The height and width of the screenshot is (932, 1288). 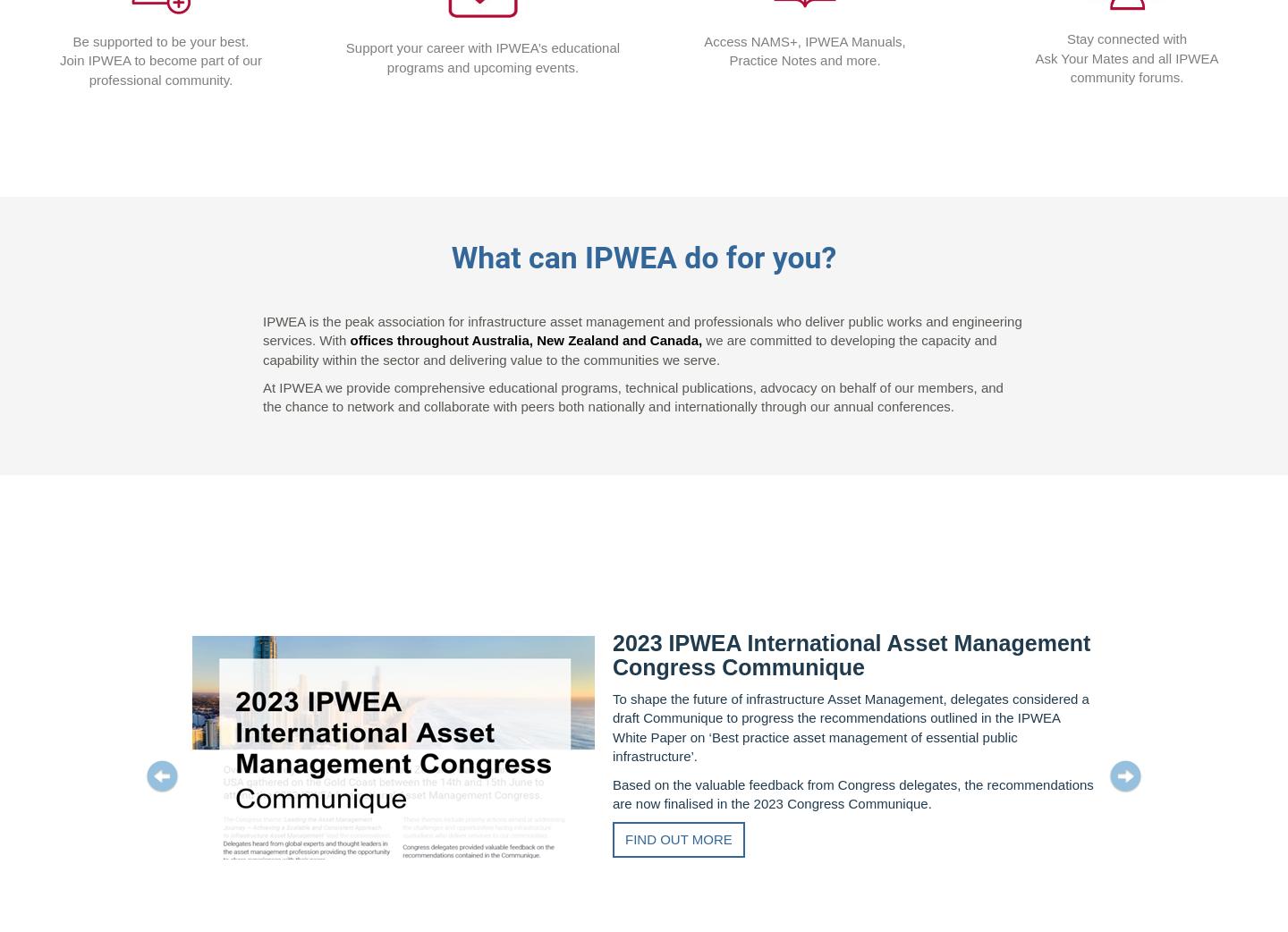 What do you see at coordinates (484, 339) in the screenshot?
I see `'offices throughout Australia, New Zealand'` at bounding box center [484, 339].